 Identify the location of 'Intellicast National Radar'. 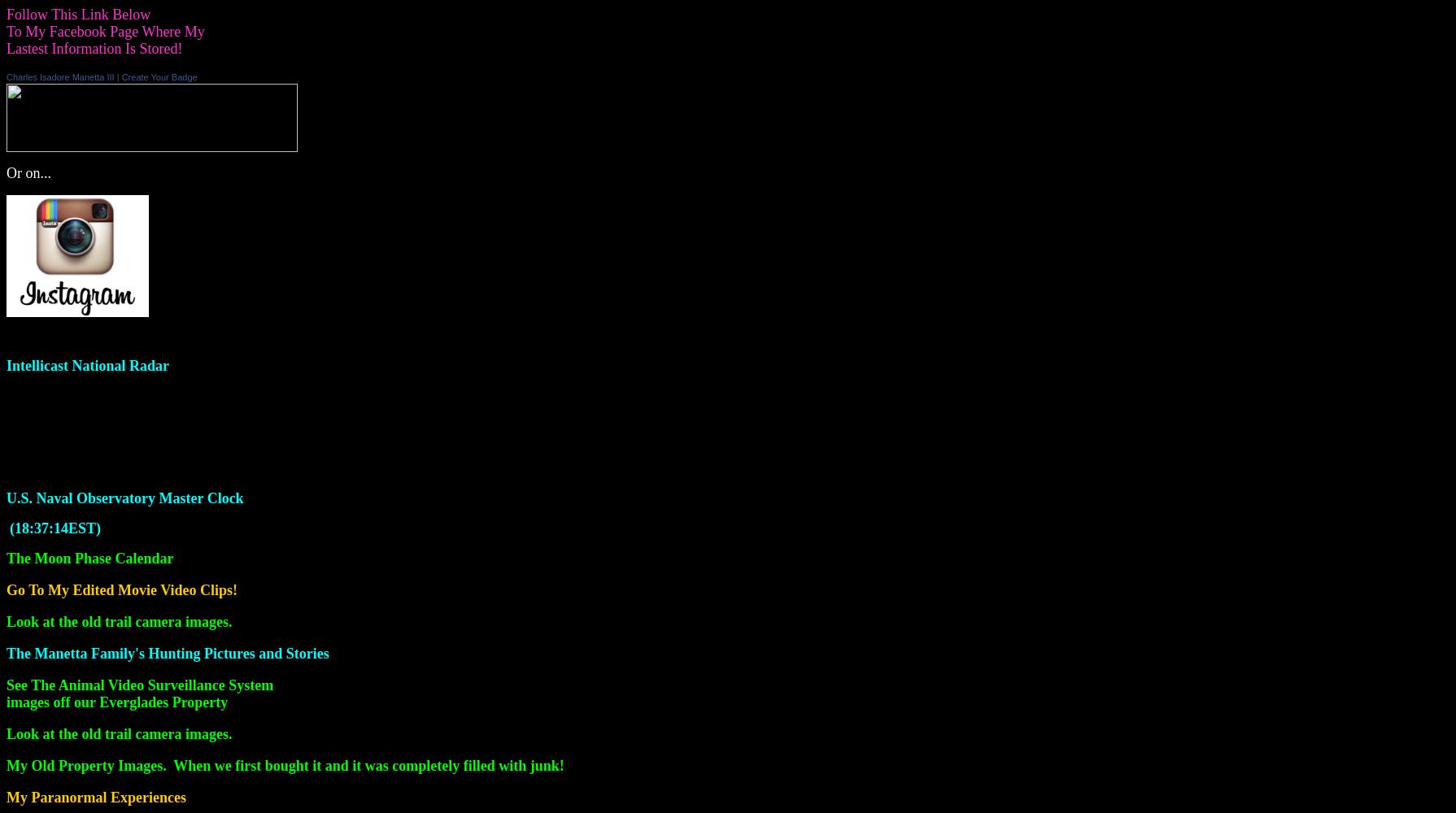
(87, 365).